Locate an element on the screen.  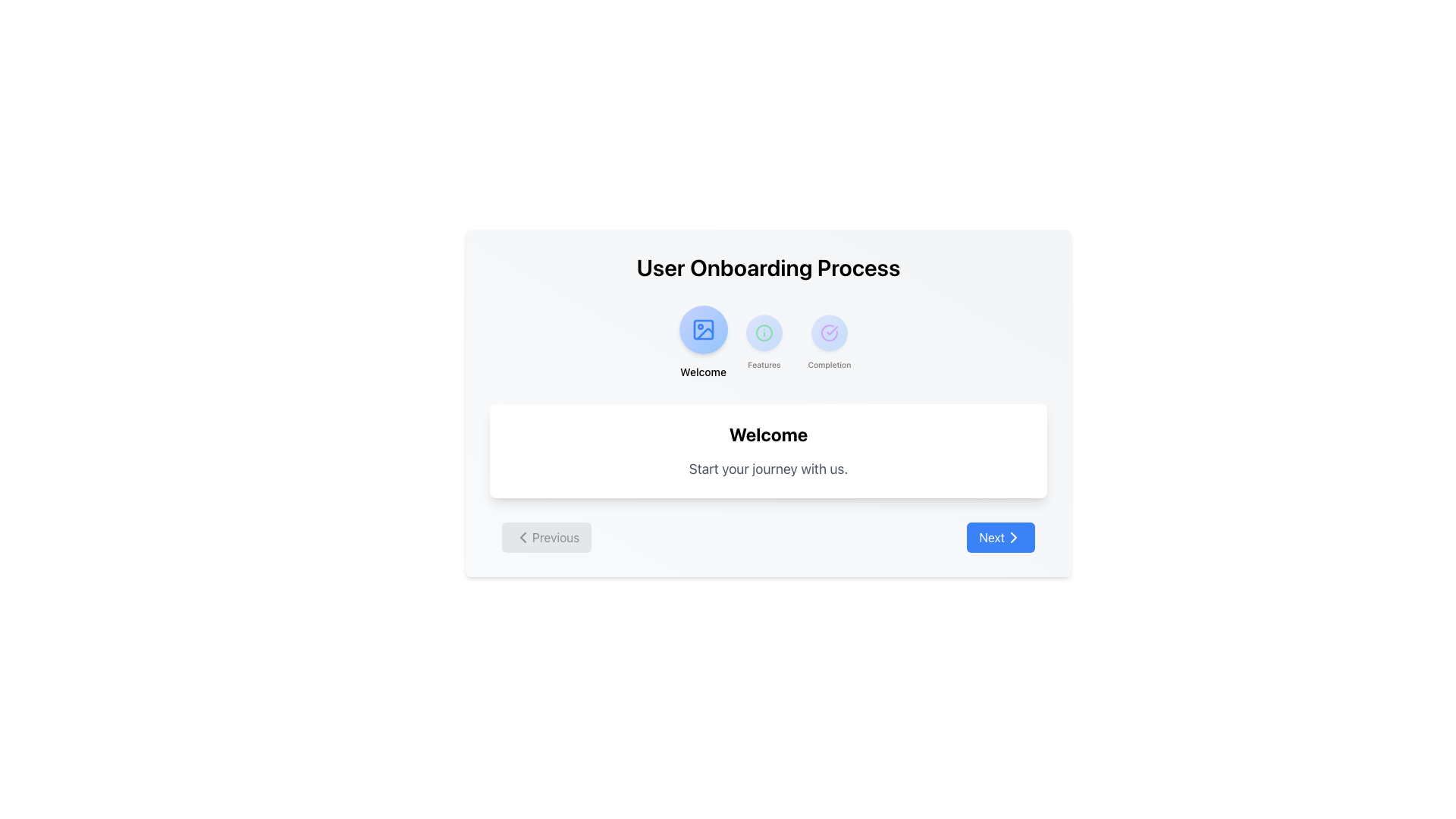
the 'Features' button in the user onboarding process is located at coordinates (764, 342).